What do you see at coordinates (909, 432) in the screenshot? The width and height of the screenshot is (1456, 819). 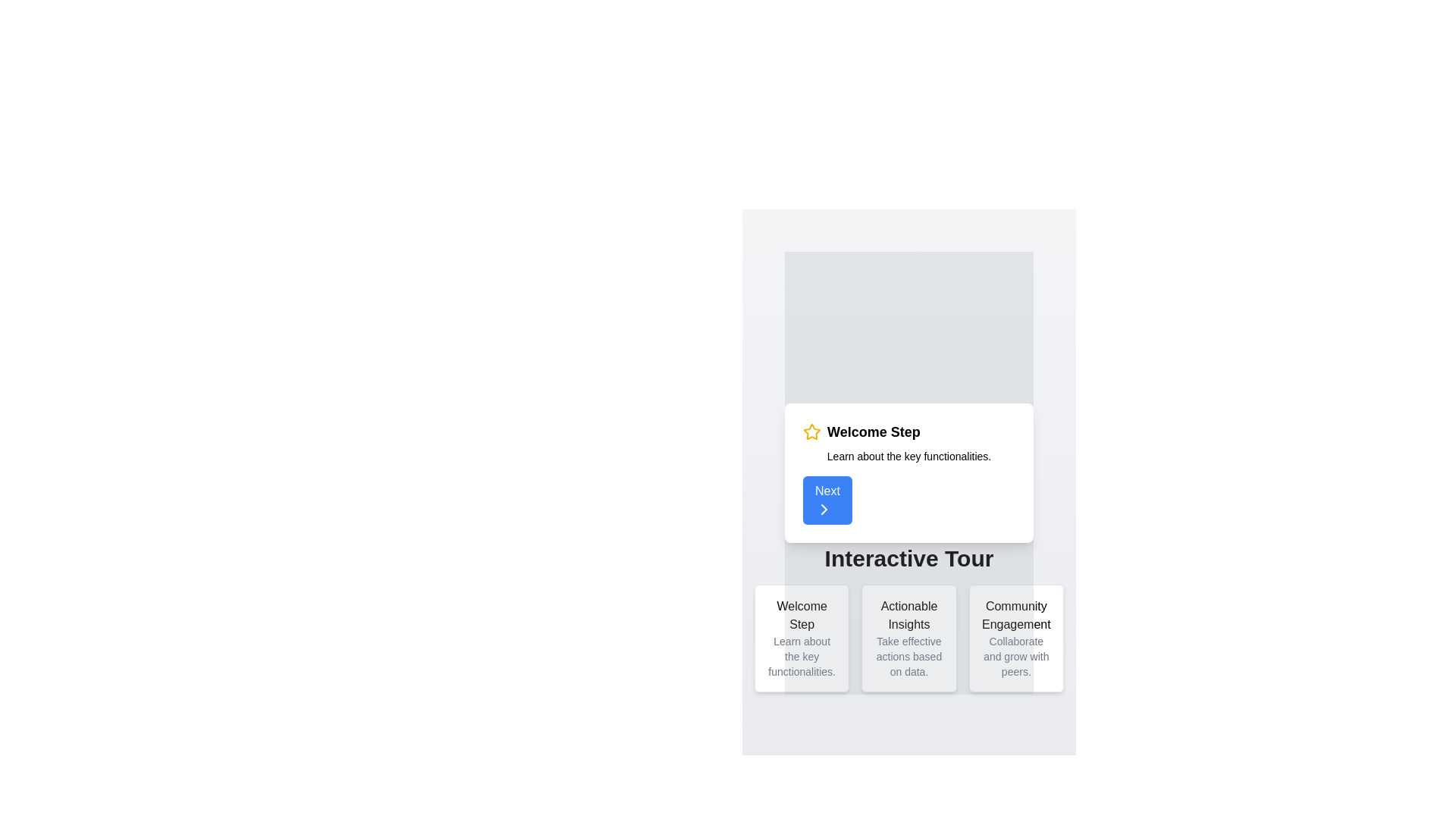 I see `the information presented in the header text with icon, which serves as a title for the tutorial step` at bounding box center [909, 432].